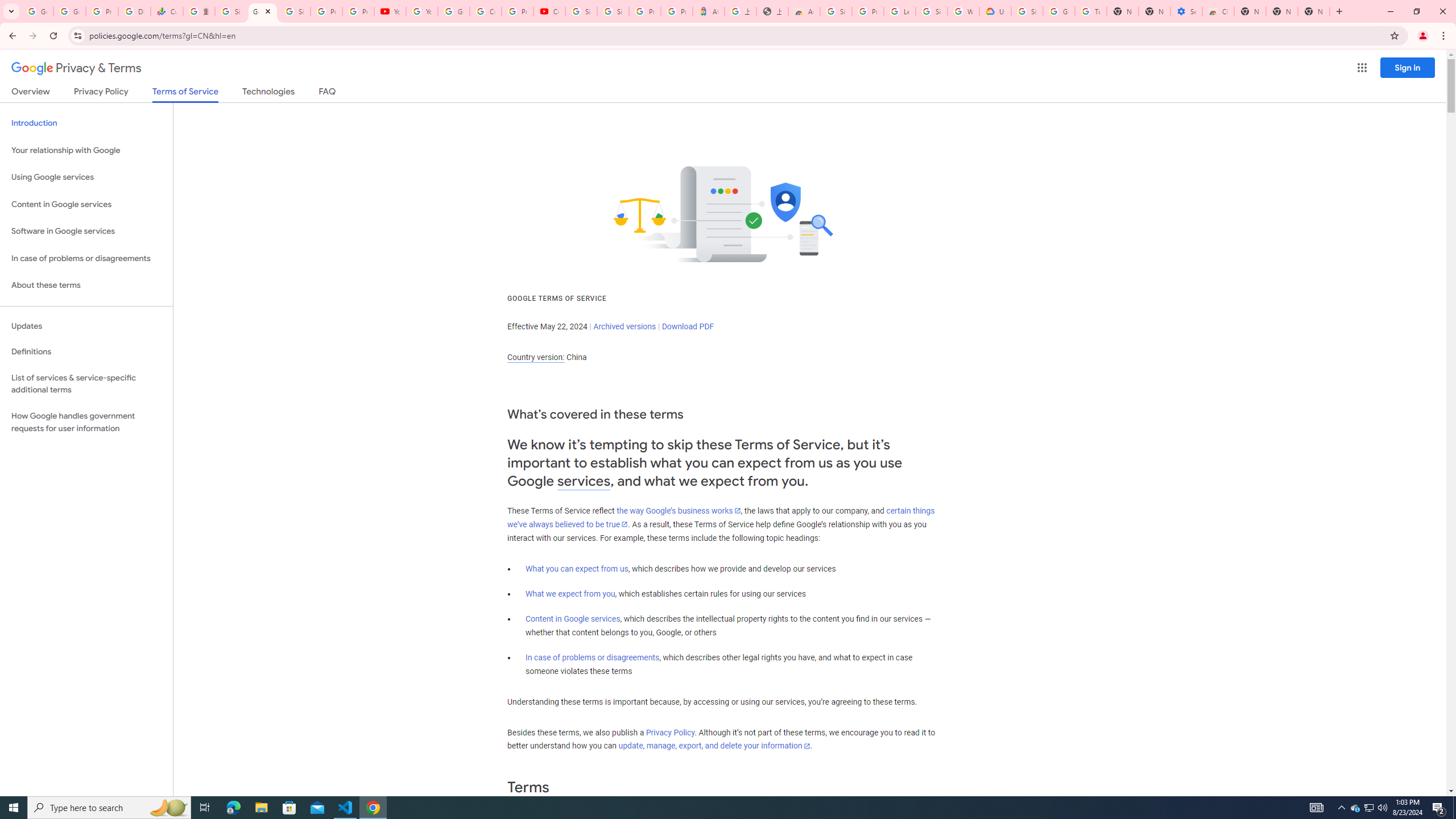 This screenshot has height=819, width=1456. Describe the element at coordinates (230, 11) in the screenshot. I see `'Sign in - Google Accounts'` at that location.